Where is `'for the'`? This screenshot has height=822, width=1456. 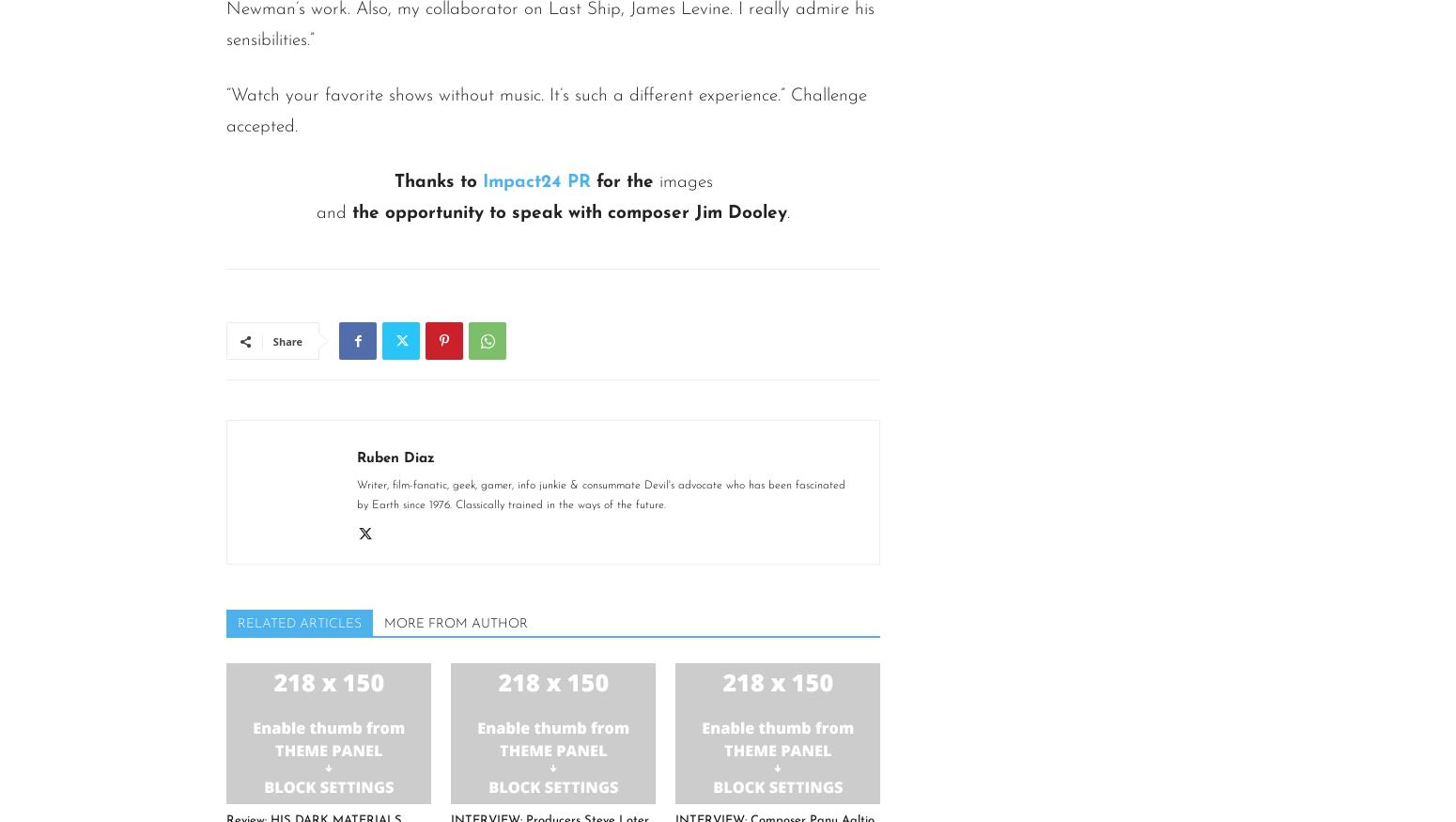 'for the' is located at coordinates (623, 182).